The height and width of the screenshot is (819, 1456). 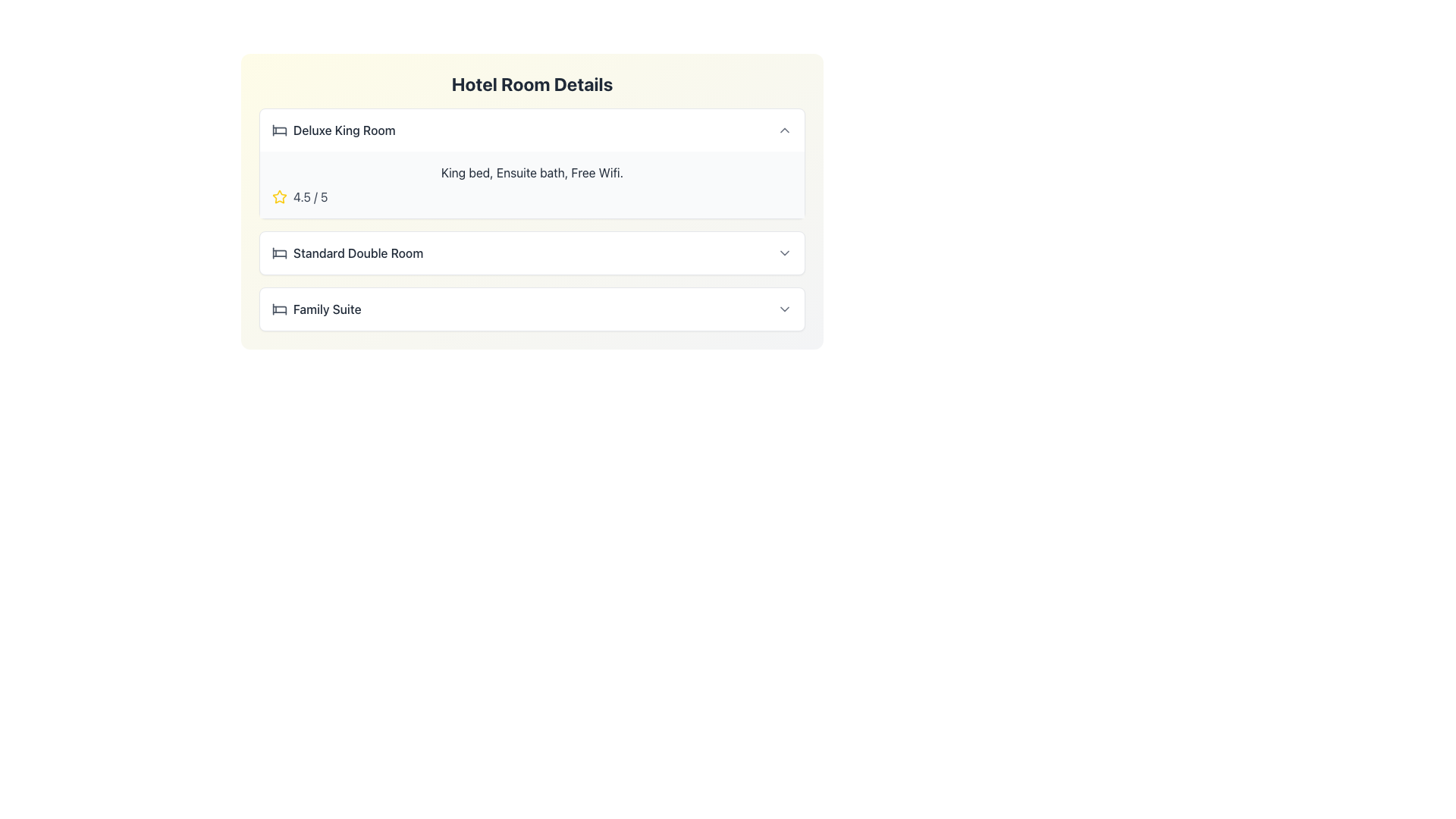 I want to click on the bed icon, which is gray and simplistic, located to the left of the text 'Deluxe King Room', so click(x=280, y=130).